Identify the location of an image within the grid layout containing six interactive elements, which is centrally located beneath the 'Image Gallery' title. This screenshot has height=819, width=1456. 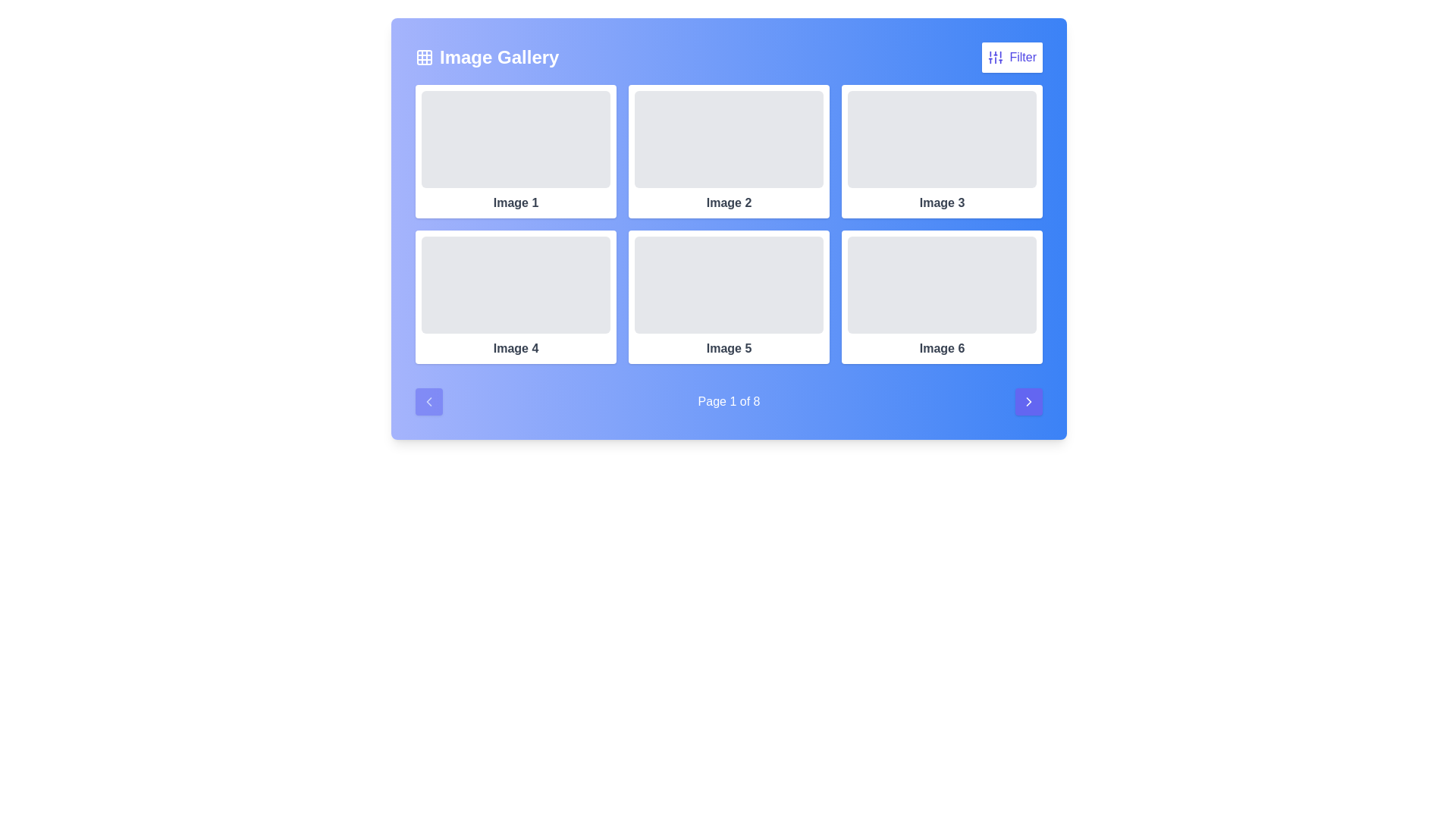
(729, 224).